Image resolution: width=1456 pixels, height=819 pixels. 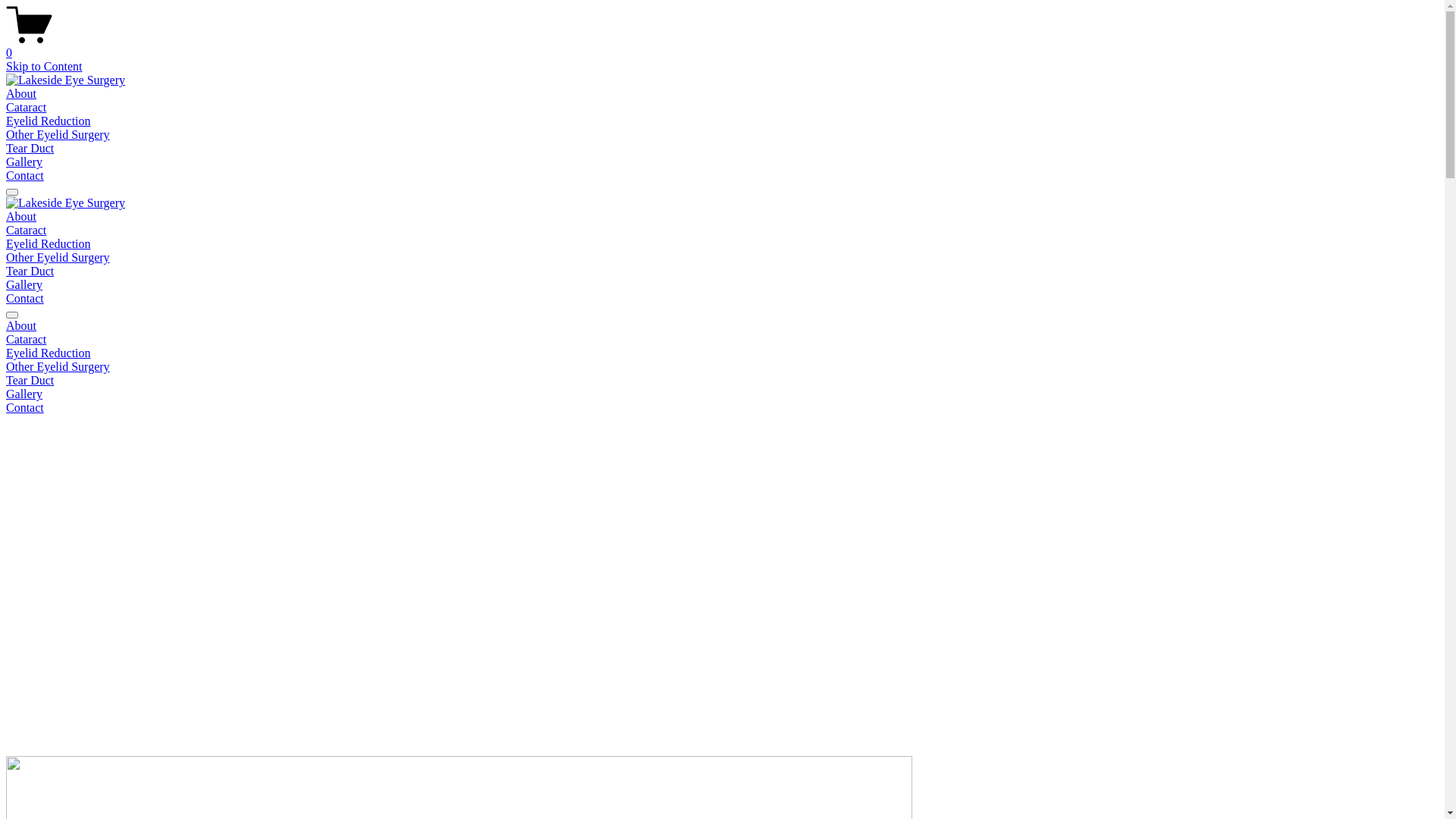 I want to click on 'Contact', so click(x=25, y=298).